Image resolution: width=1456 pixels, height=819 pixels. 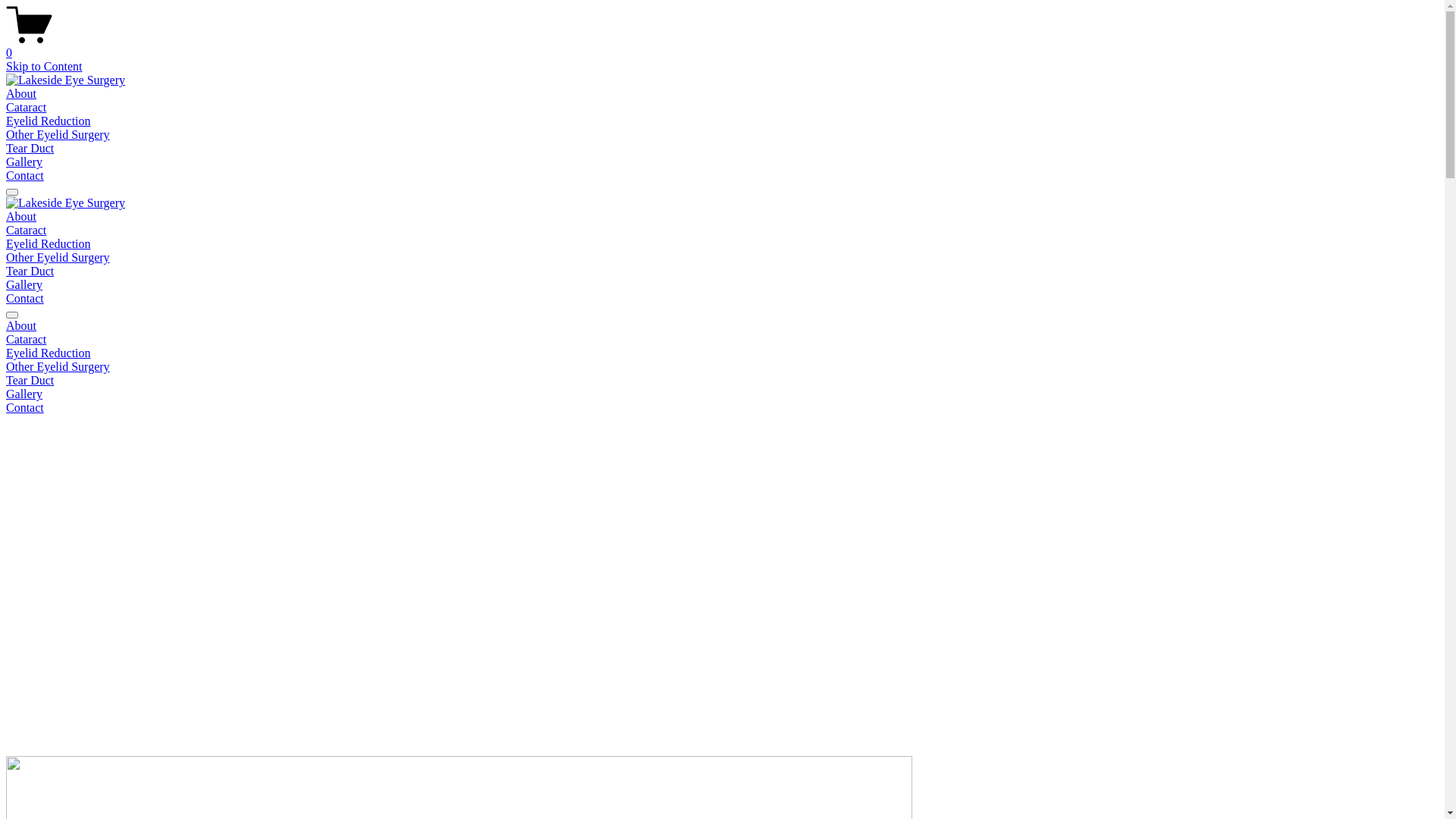 I want to click on 'Contact', so click(x=25, y=298).